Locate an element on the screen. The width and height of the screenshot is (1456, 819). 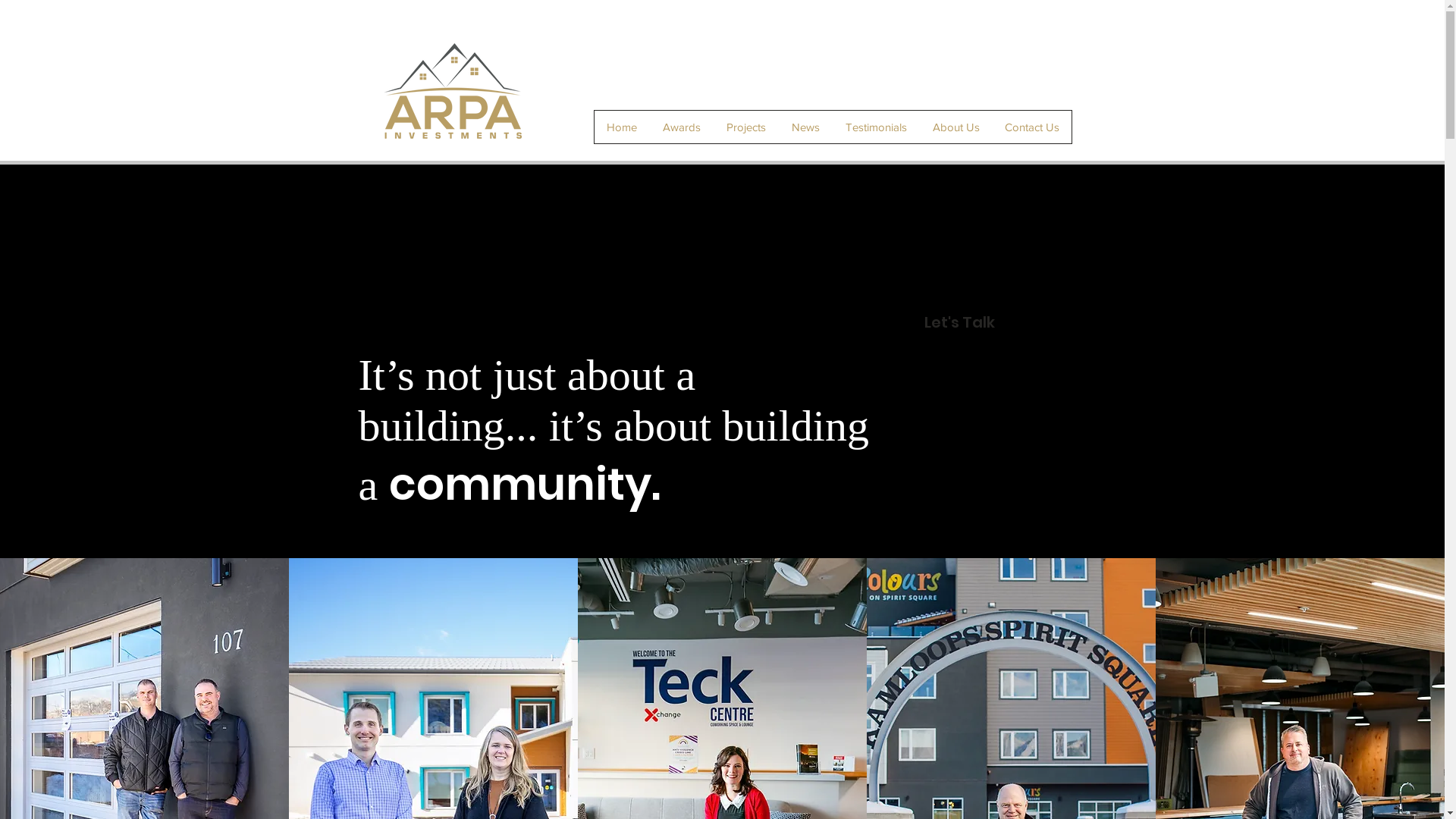
'News' is located at coordinates (804, 126).